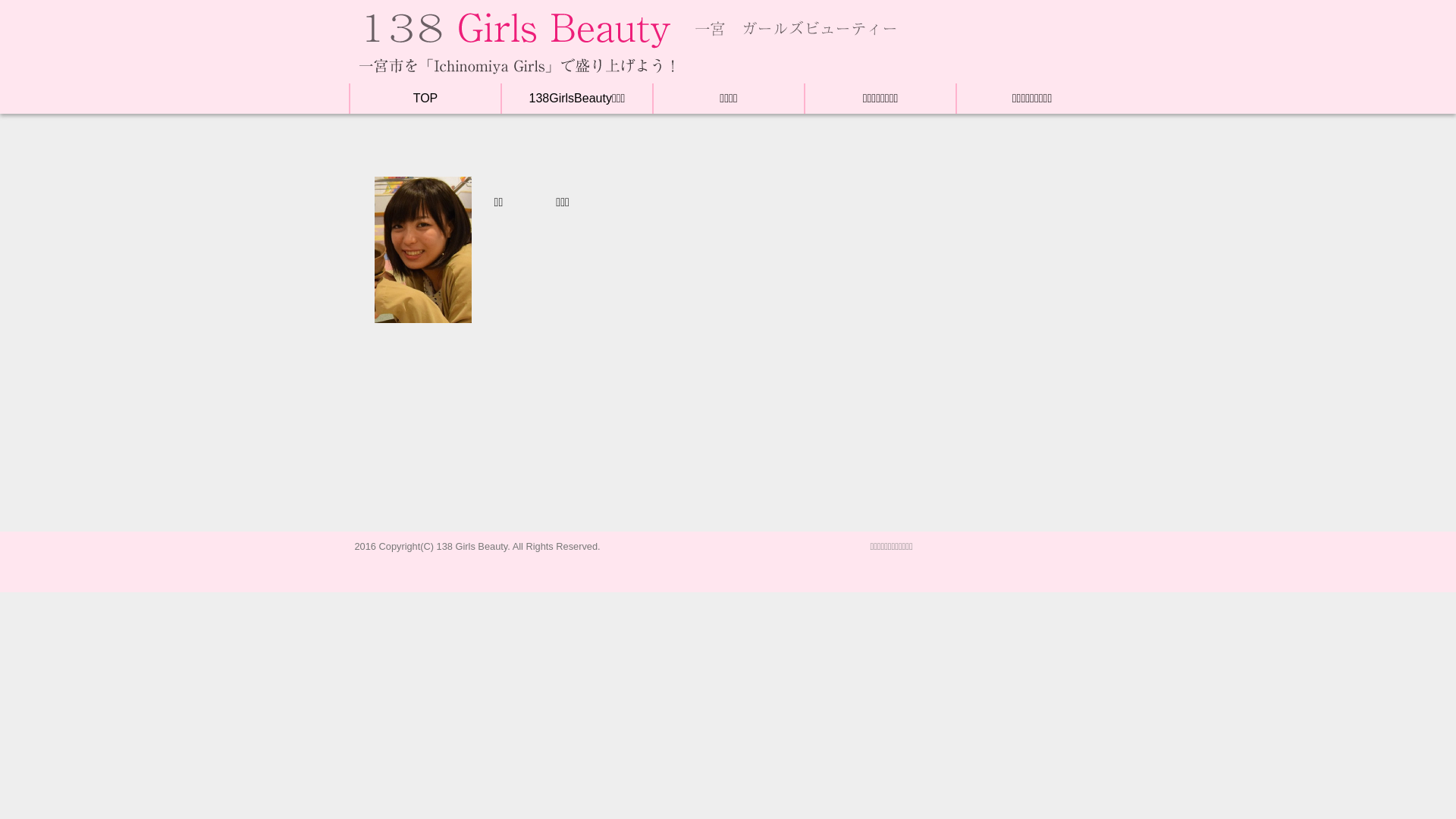 This screenshot has width=1456, height=819. What do you see at coordinates (425, 98) in the screenshot?
I see `'TOP'` at bounding box center [425, 98].